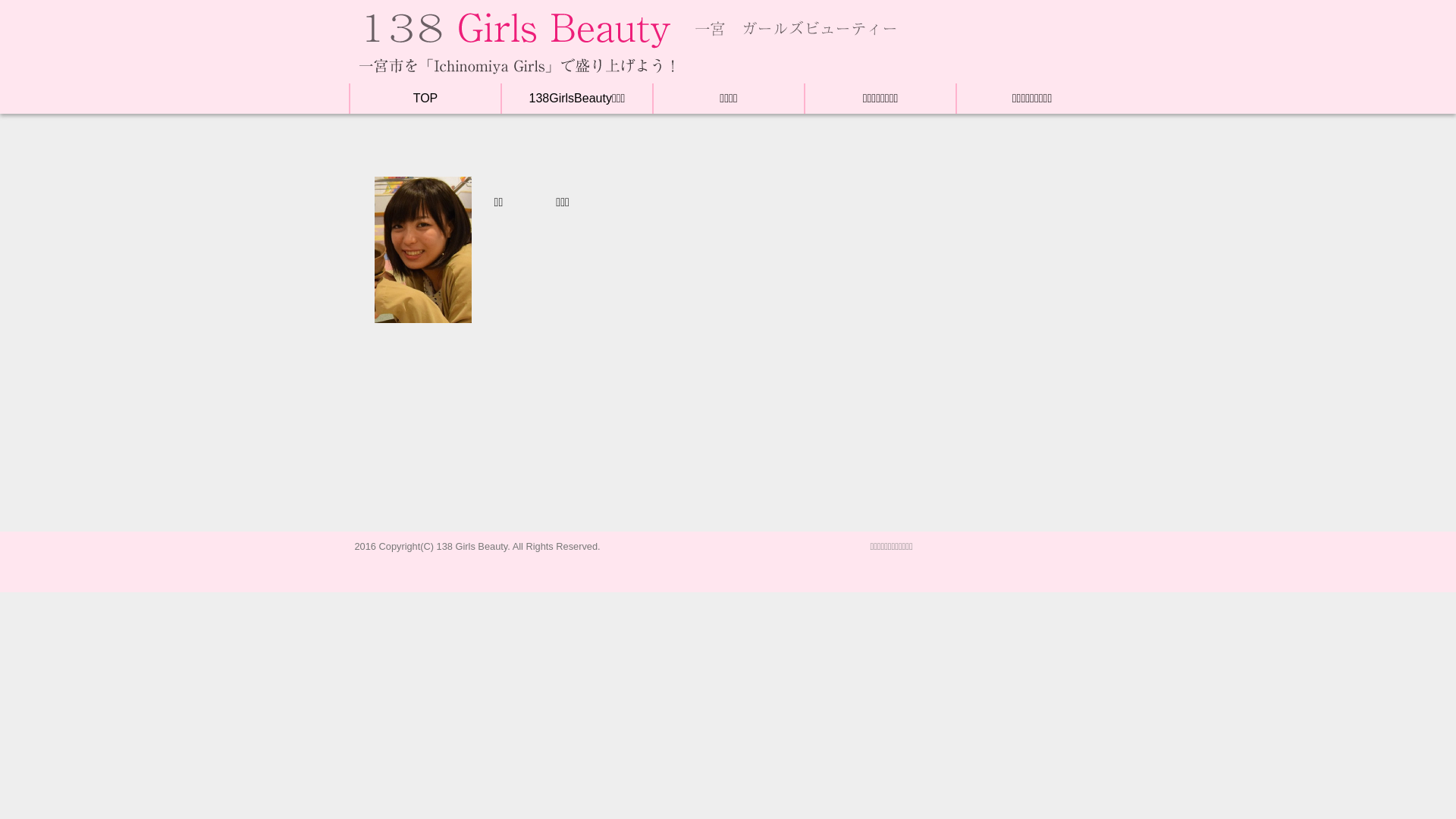 This screenshot has width=1456, height=819. What do you see at coordinates (425, 98) in the screenshot?
I see `'TOP'` at bounding box center [425, 98].